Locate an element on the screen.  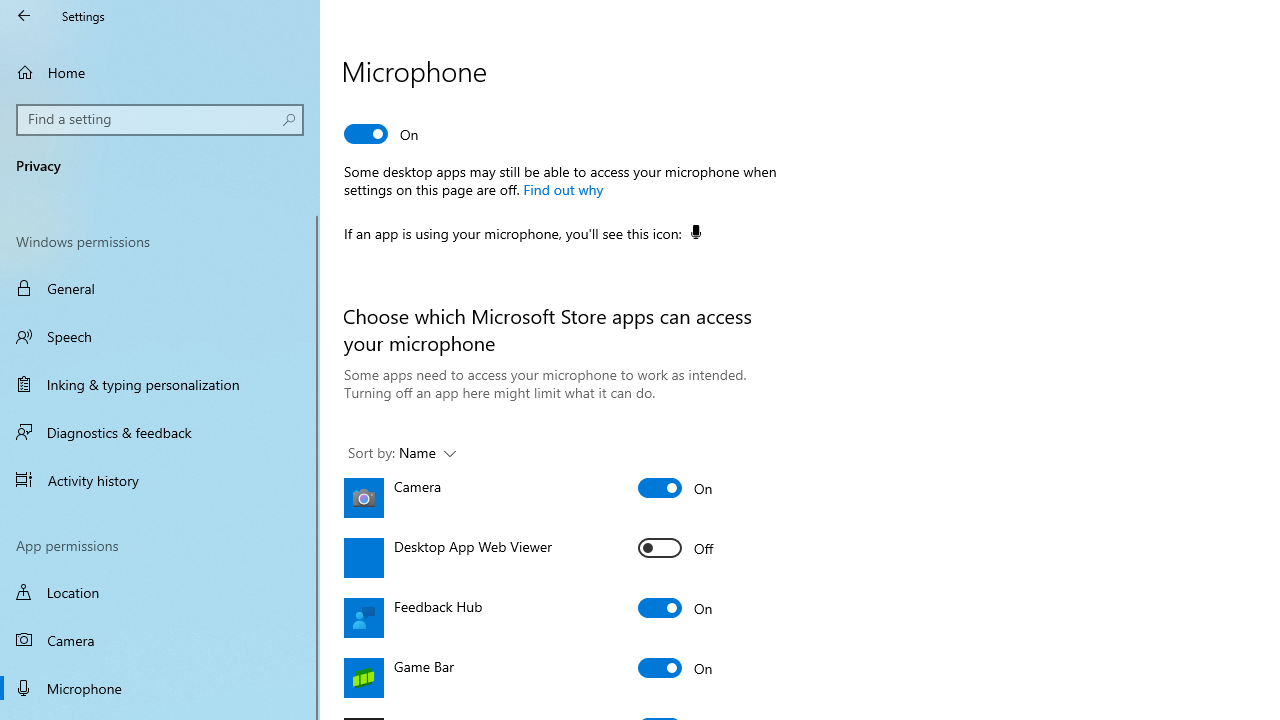
'Activity history' is located at coordinates (160, 479).